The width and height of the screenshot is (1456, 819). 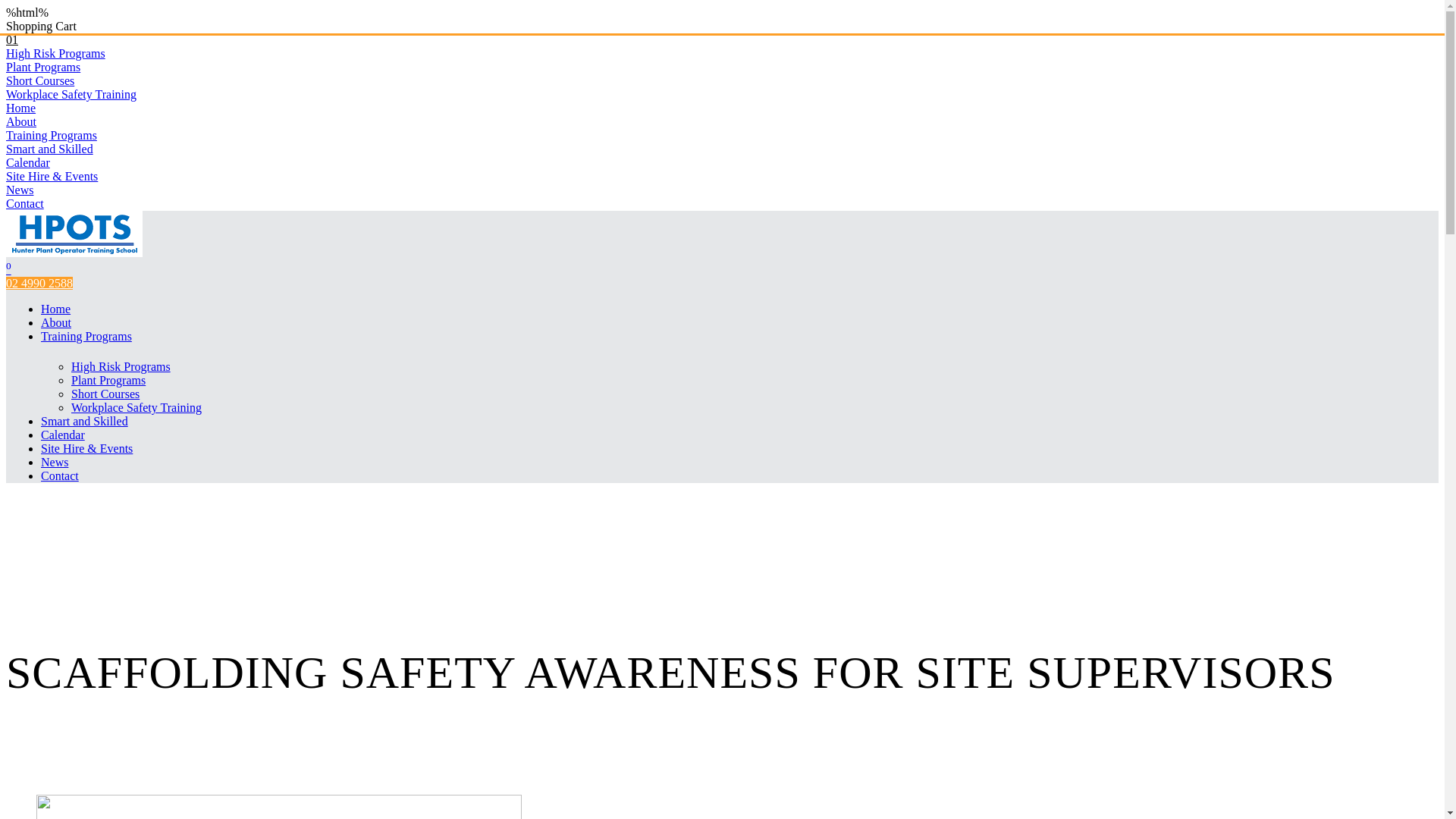 I want to click on 'Smart and Skilled', so click(x=83, y=421).